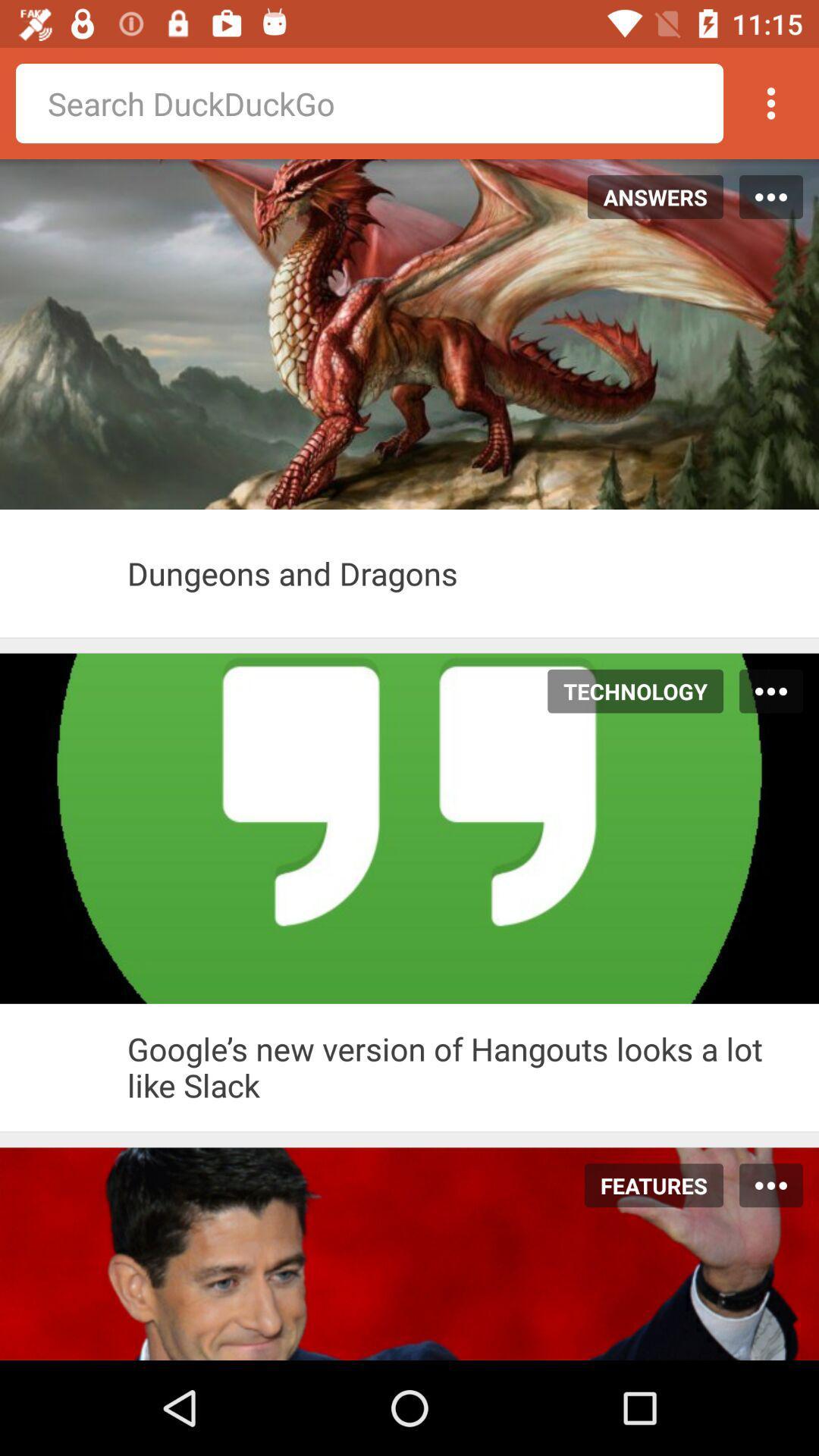  I want to click on the article, so click(63, 1066).